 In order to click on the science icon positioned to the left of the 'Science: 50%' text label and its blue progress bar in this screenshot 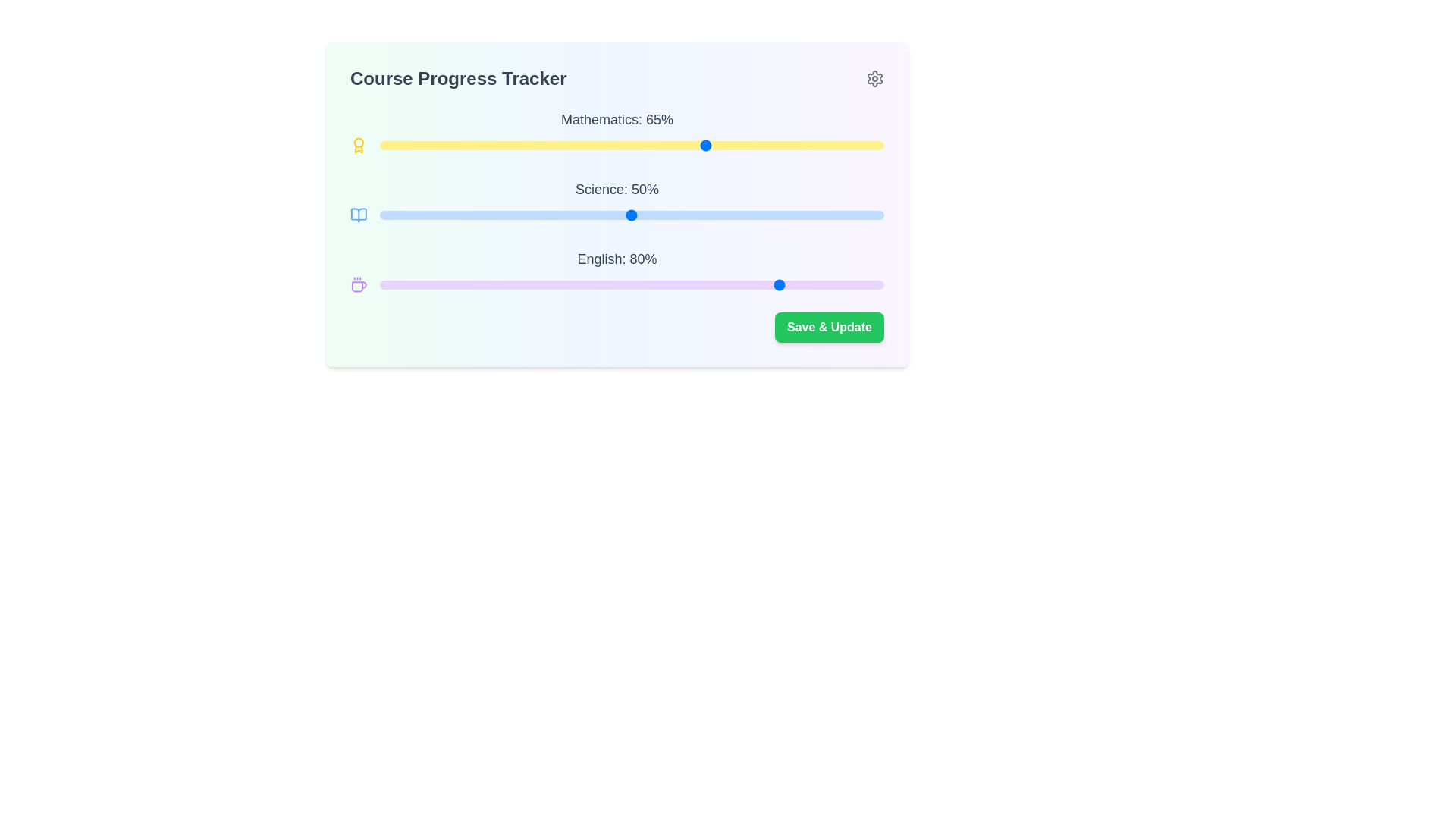, I will do `click(358, 215)`.